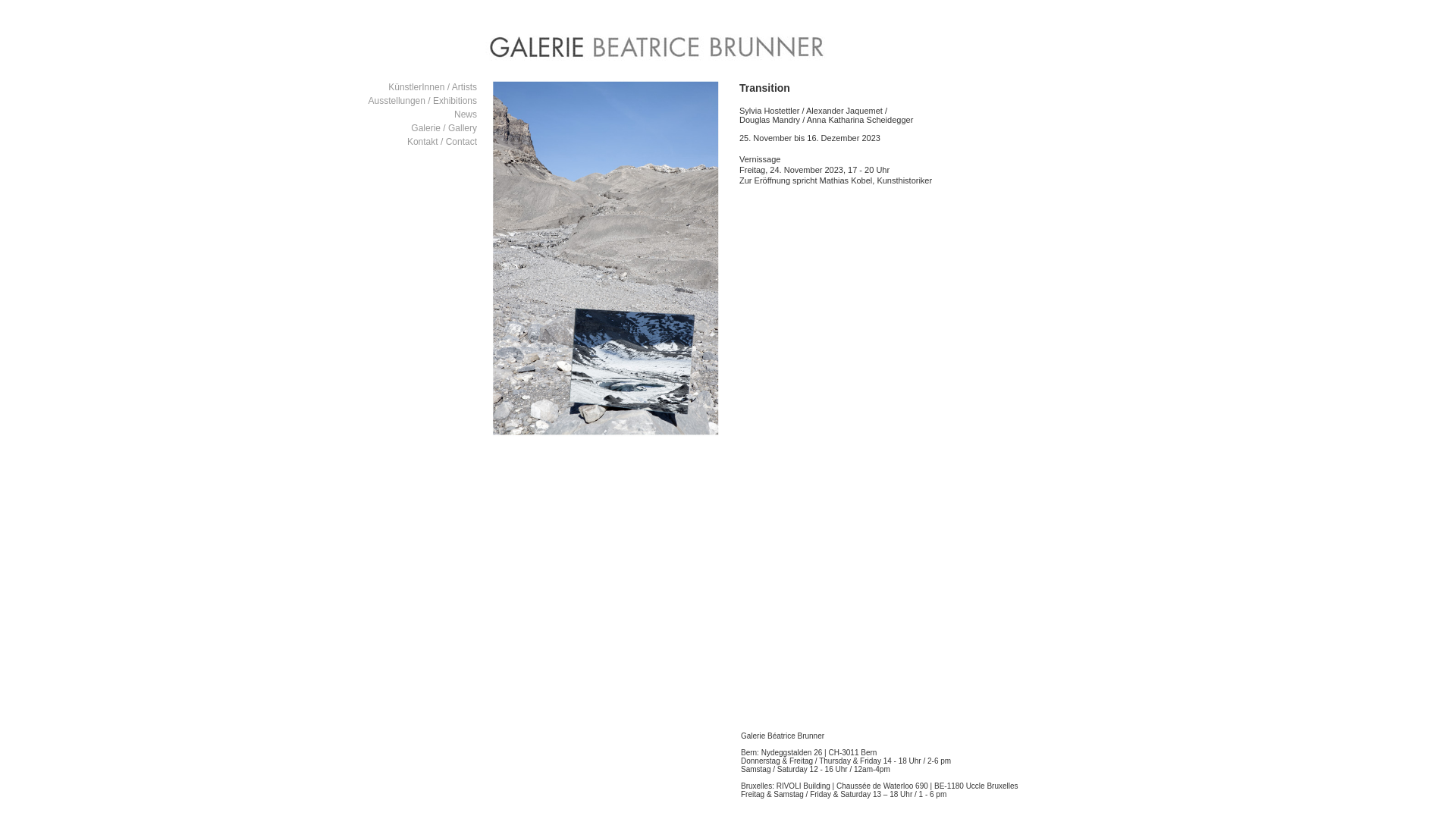 This screenshot has width=1456, height=819. What do you see at coordinates (407, 141) in the screenshot?
I see `'Kontakt / Contact'` at bounding box center [407, 141].